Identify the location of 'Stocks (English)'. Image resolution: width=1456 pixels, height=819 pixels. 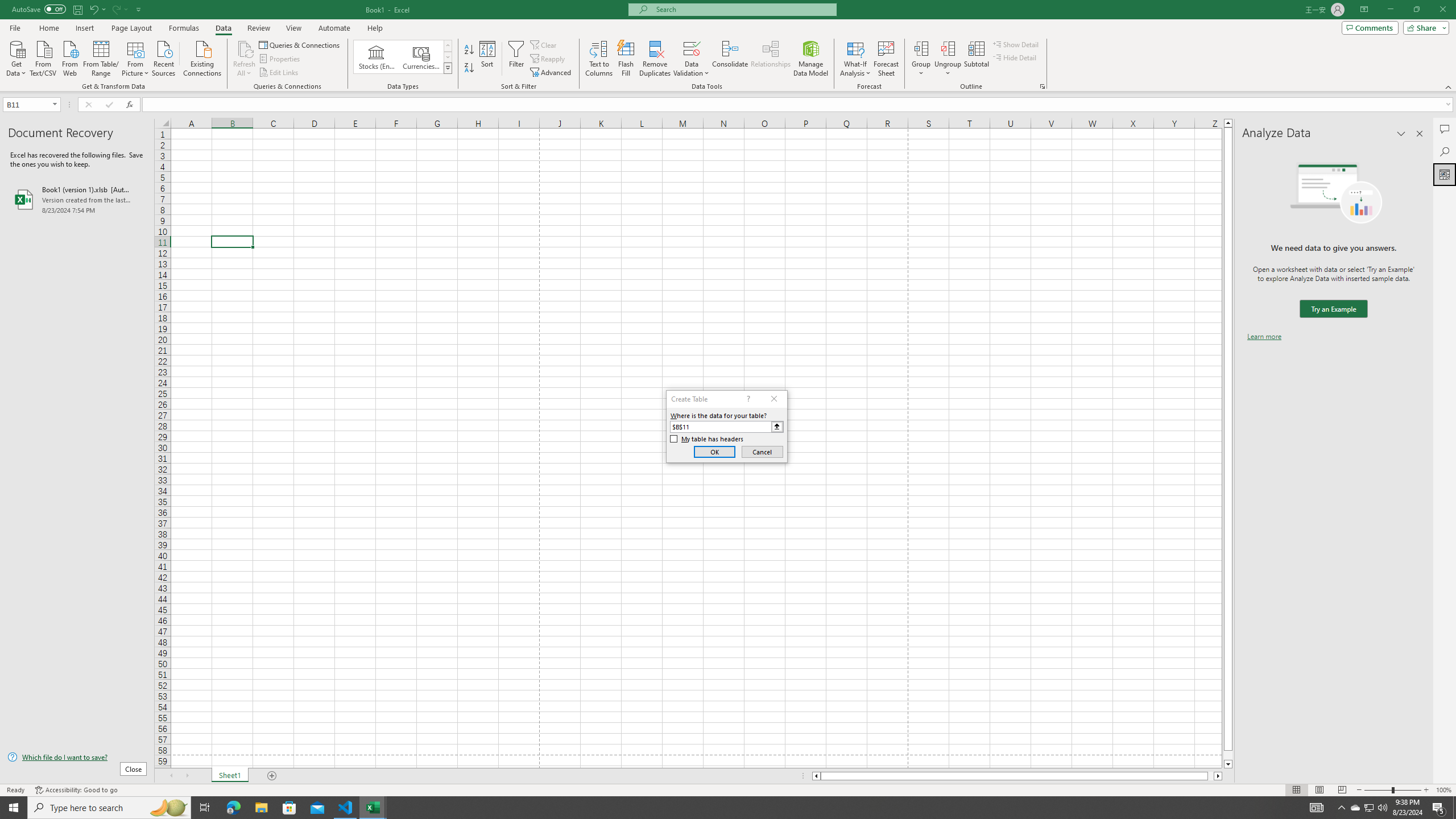
(375, 56).